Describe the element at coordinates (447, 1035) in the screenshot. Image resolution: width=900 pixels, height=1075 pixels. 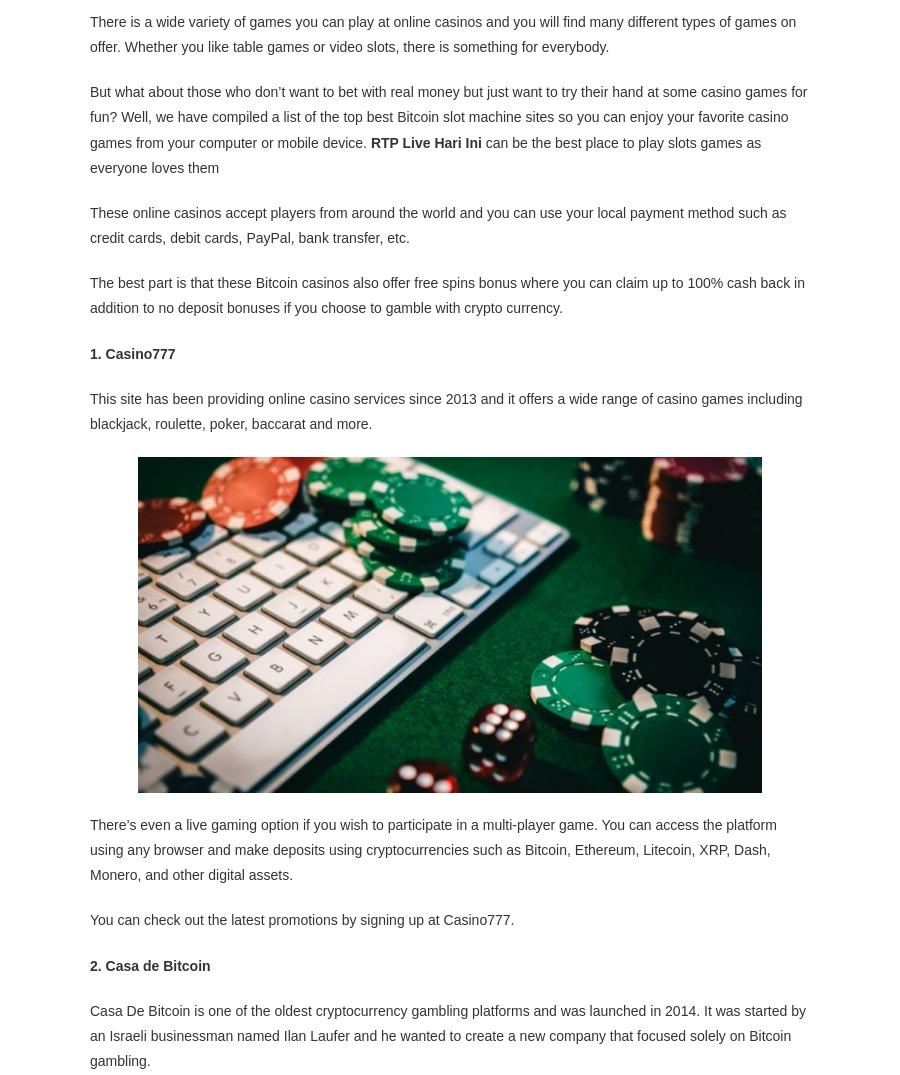
I see `'Casa De Bitcoin is one of the oldest cryptocurrency gambling platforms and was launched in 2014. It was started by an Israeli businessman named Ilan Laufer and he wanted to create a new company that focused solely on Bitcoin gambling.'` at that location.